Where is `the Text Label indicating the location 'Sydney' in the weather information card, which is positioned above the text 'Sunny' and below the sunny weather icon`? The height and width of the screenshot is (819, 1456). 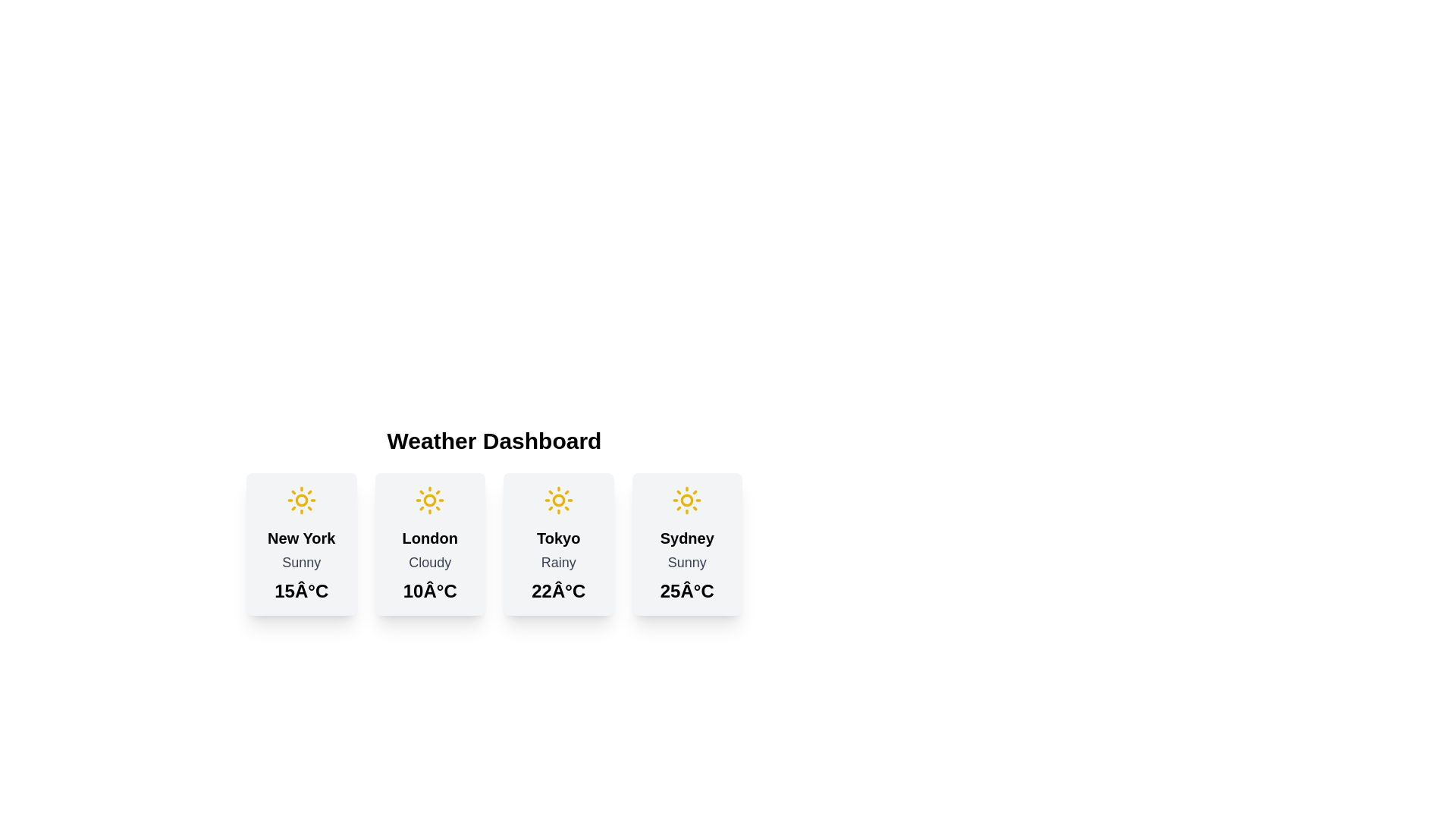
the Text Label indicating the location 'Sydney' in the weather information card, which is positioned above the text 'Sunny' and below the sunny weather icon is located at coordinates (686, 537).